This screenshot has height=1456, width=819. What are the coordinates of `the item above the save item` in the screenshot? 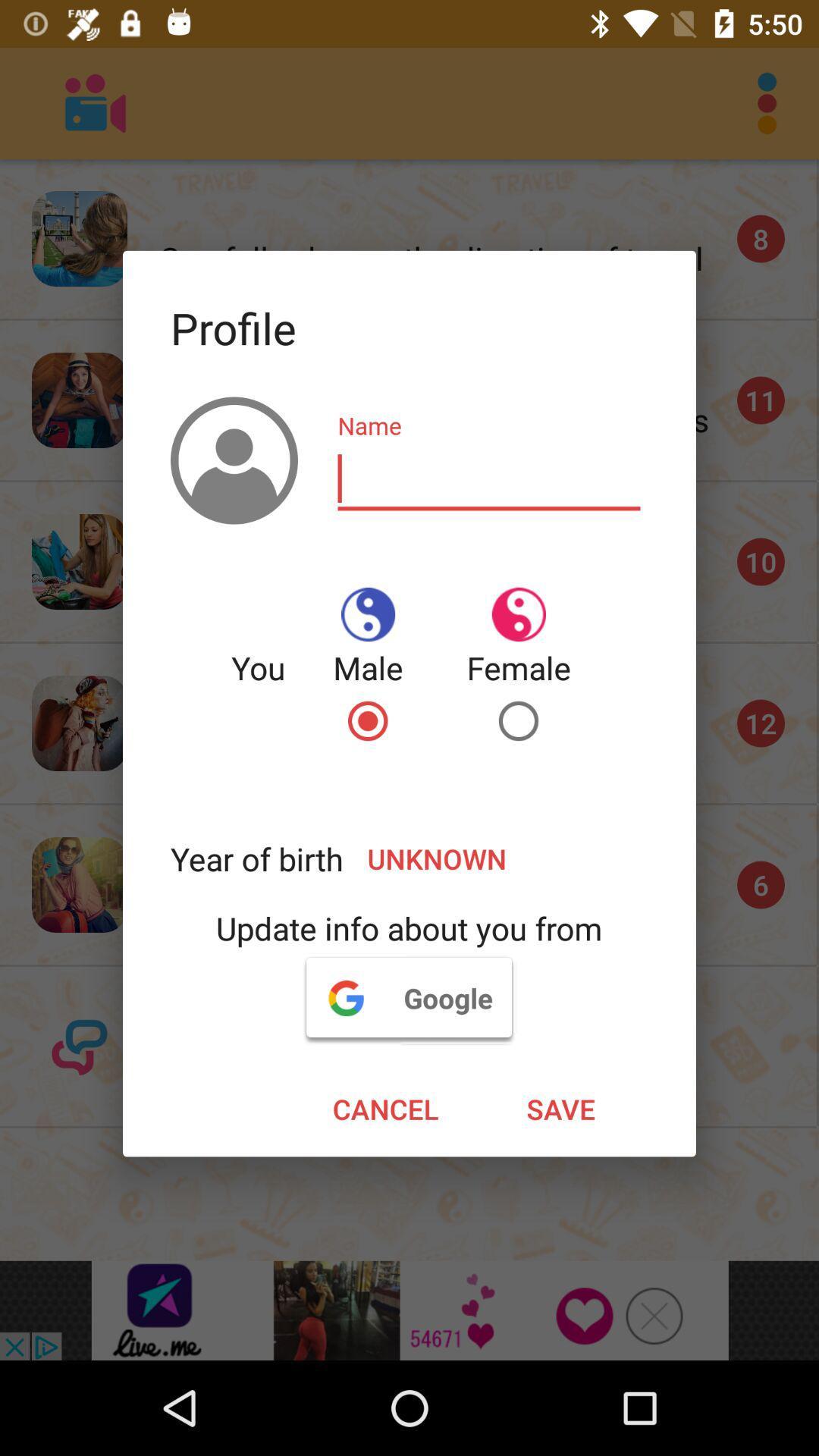 It's located at (408, 997).